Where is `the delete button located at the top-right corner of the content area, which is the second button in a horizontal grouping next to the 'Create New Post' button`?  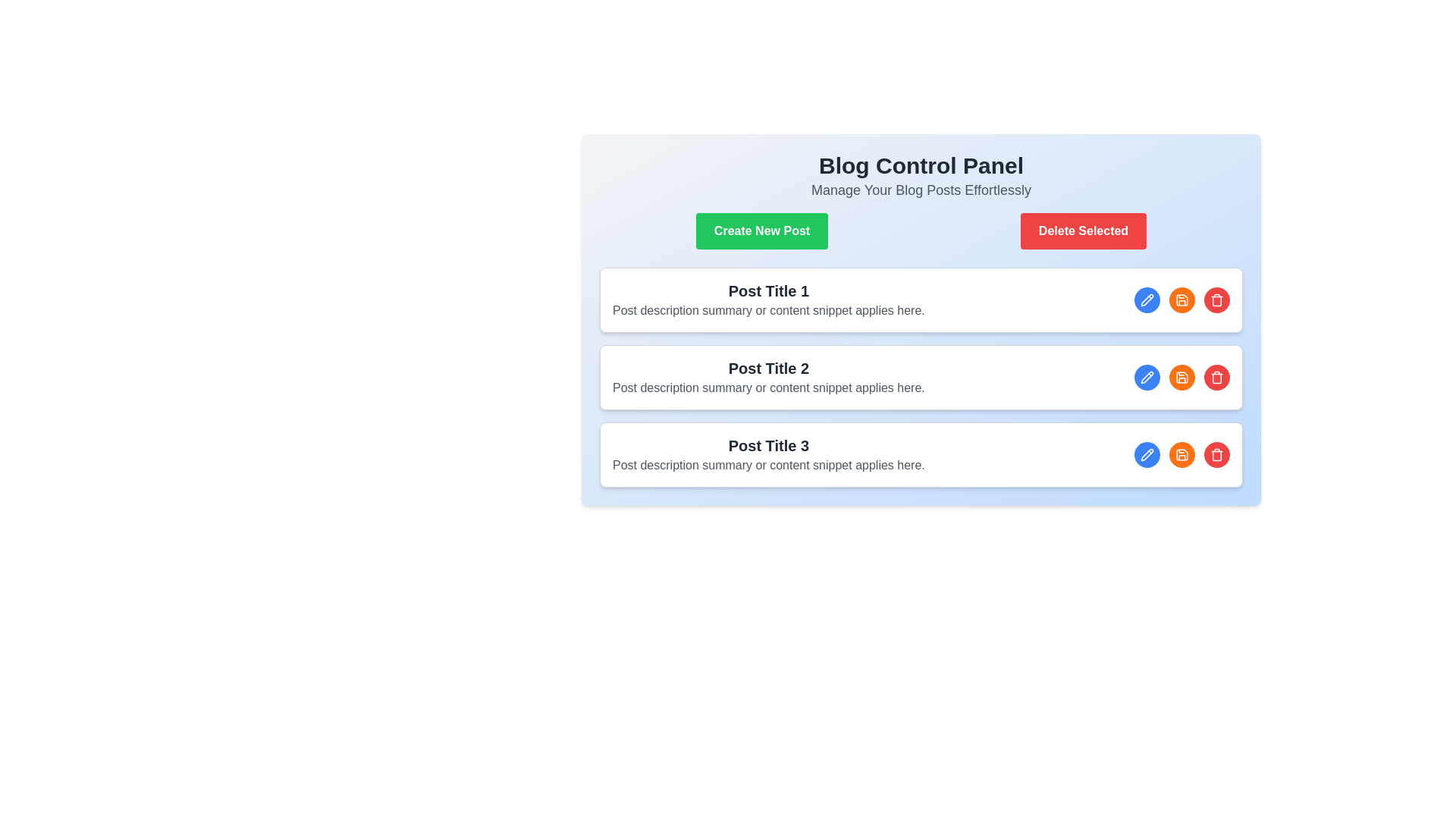 the delete button located at the top-right corner of the content area, which is the second button in a horizontal grouping next to the 'Create New Post' button is located at coordinates (1083, 231).